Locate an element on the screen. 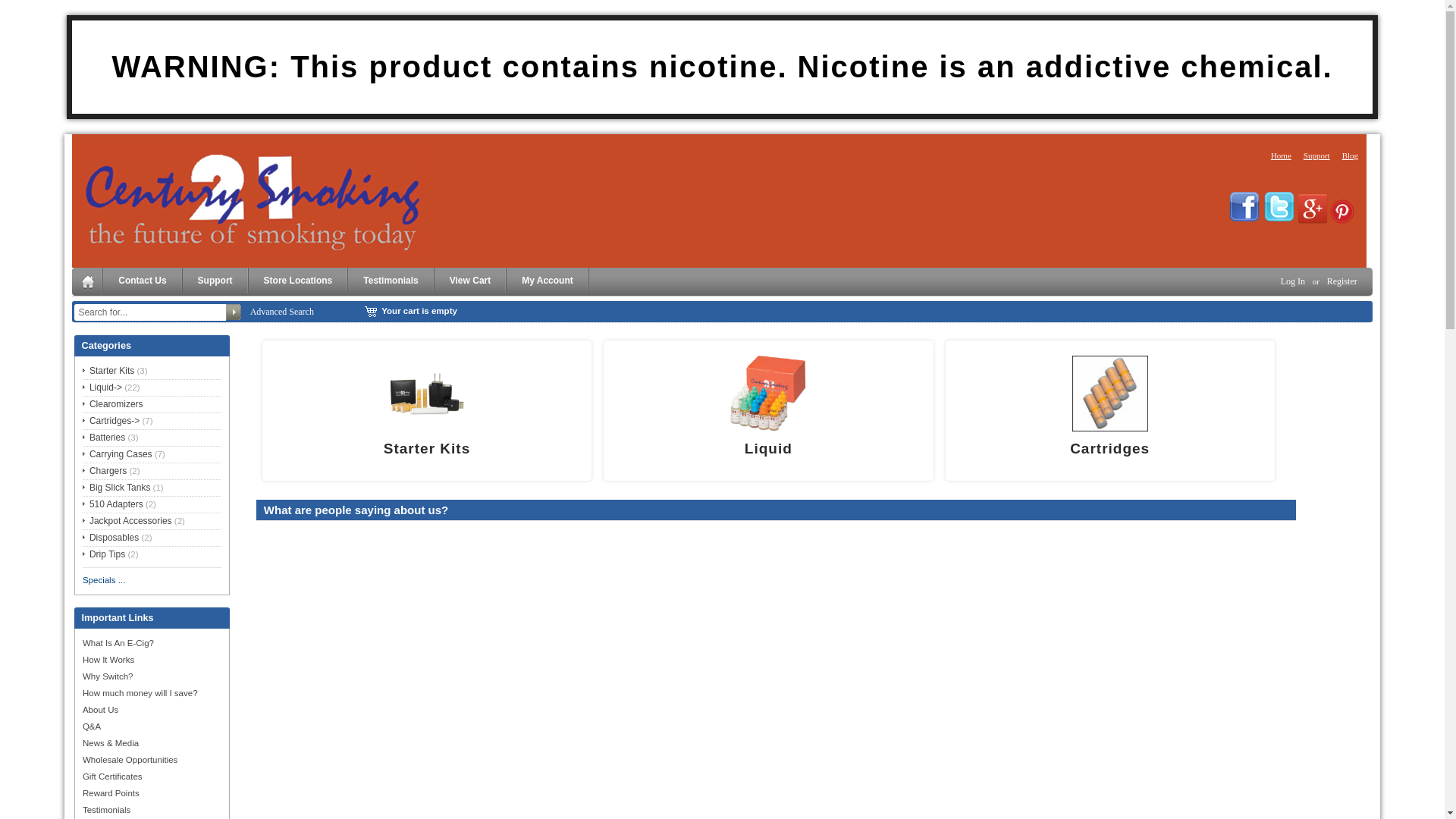 This screenshot has height=819, width=1456. 'About Us' is located at coordinates (82, 710).